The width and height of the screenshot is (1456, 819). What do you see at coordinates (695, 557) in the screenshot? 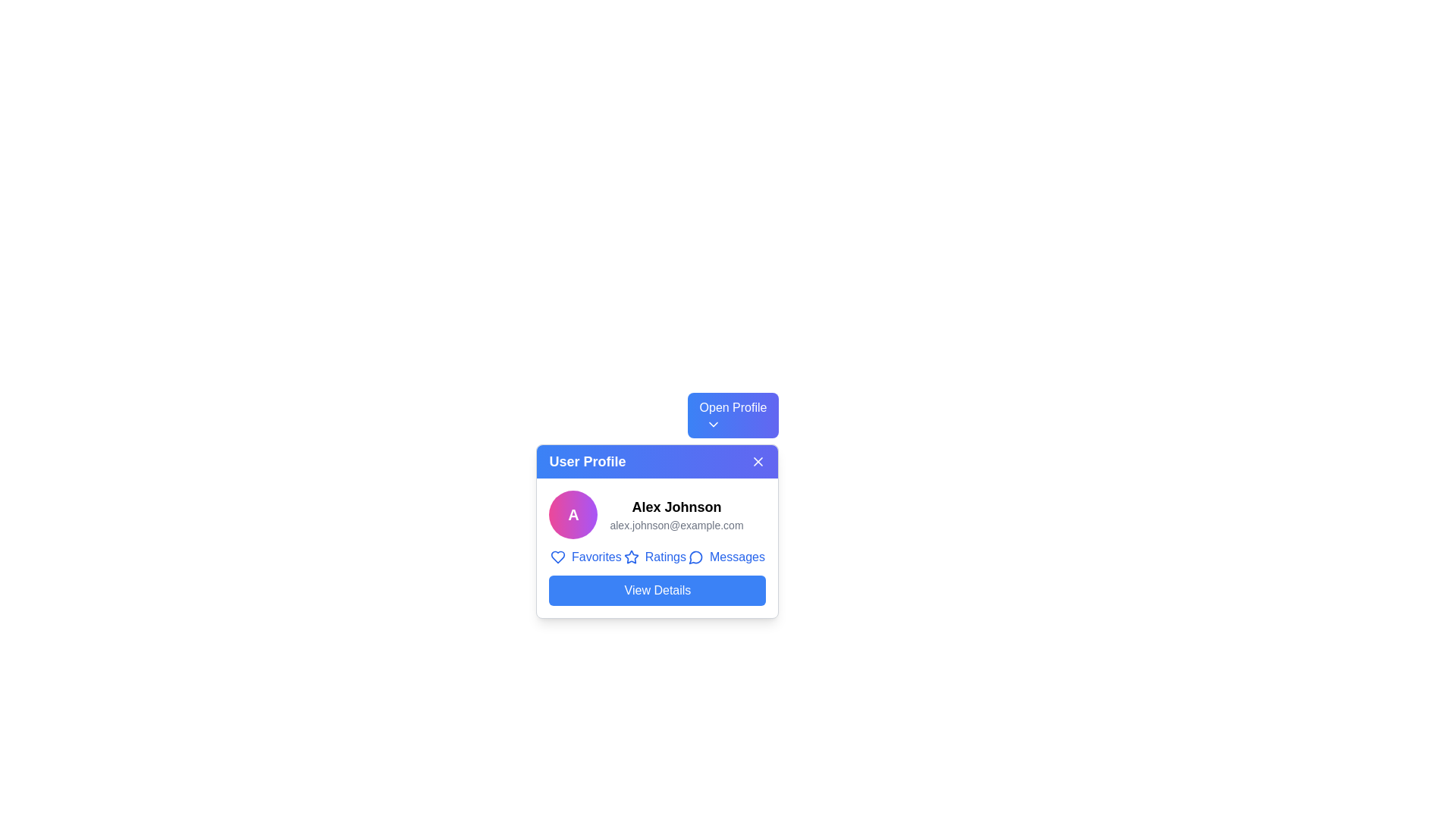
I see `the speech bubble-like icon with a blue stroke and white background, located beneath the user profile section, to the right of the star icon and left of the 'Messages' text` at bounding box center [695, 557].